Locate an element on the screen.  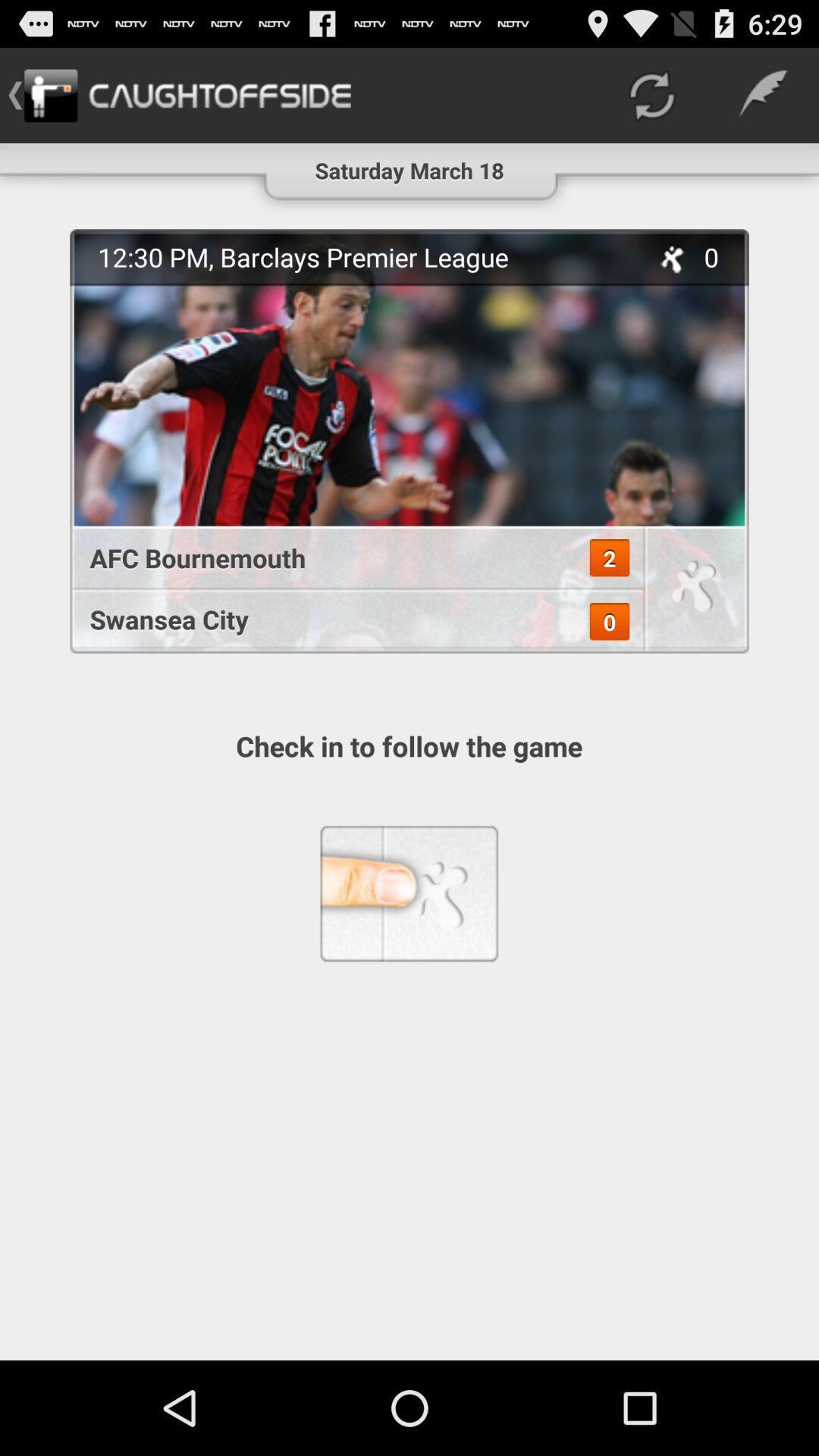
the app above the check in to item is located at coordinates (348, 619).